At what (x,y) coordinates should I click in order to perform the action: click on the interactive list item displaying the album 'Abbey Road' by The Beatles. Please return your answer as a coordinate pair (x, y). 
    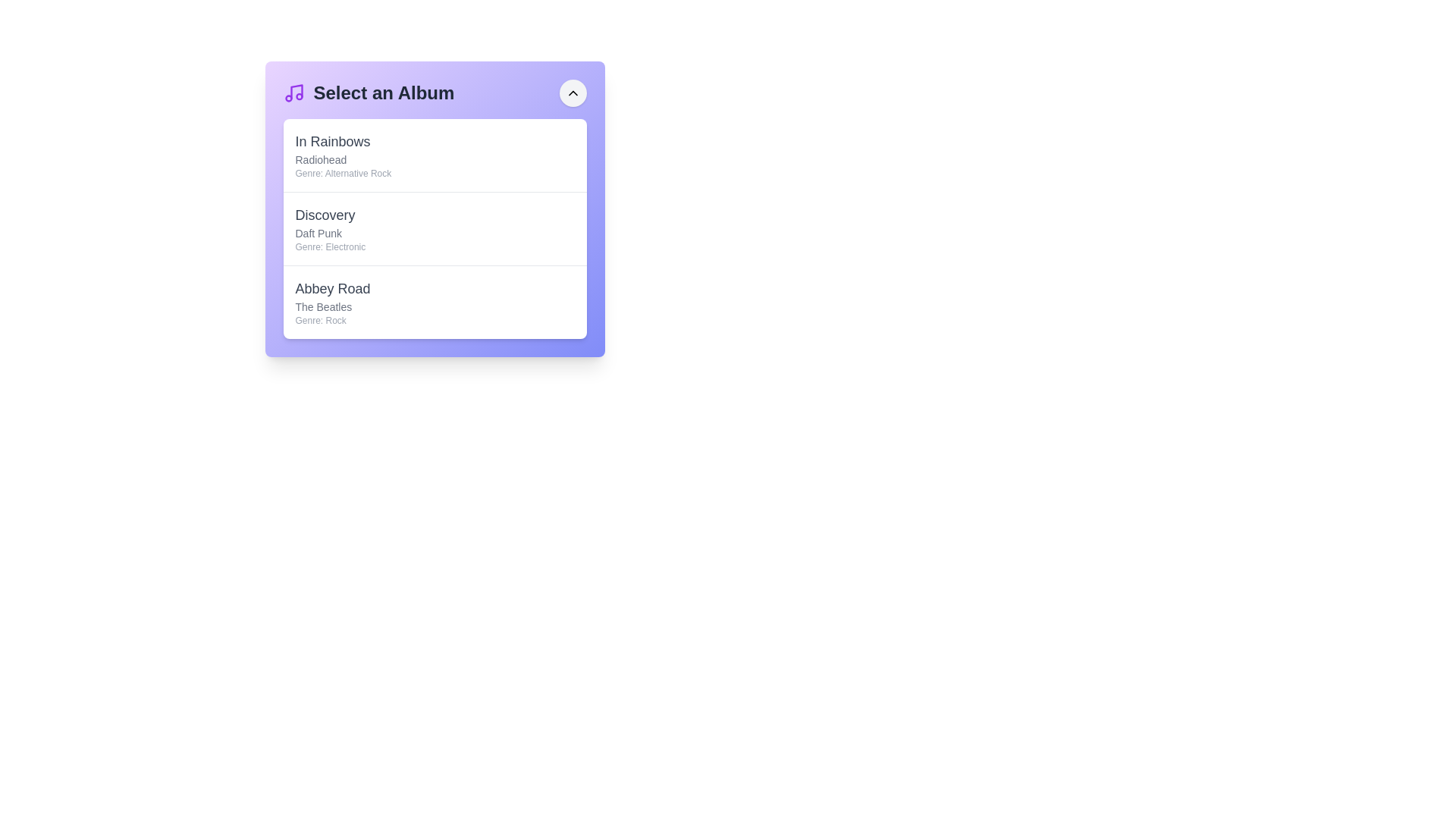
    Looking at the image, I should click on (434, 302).